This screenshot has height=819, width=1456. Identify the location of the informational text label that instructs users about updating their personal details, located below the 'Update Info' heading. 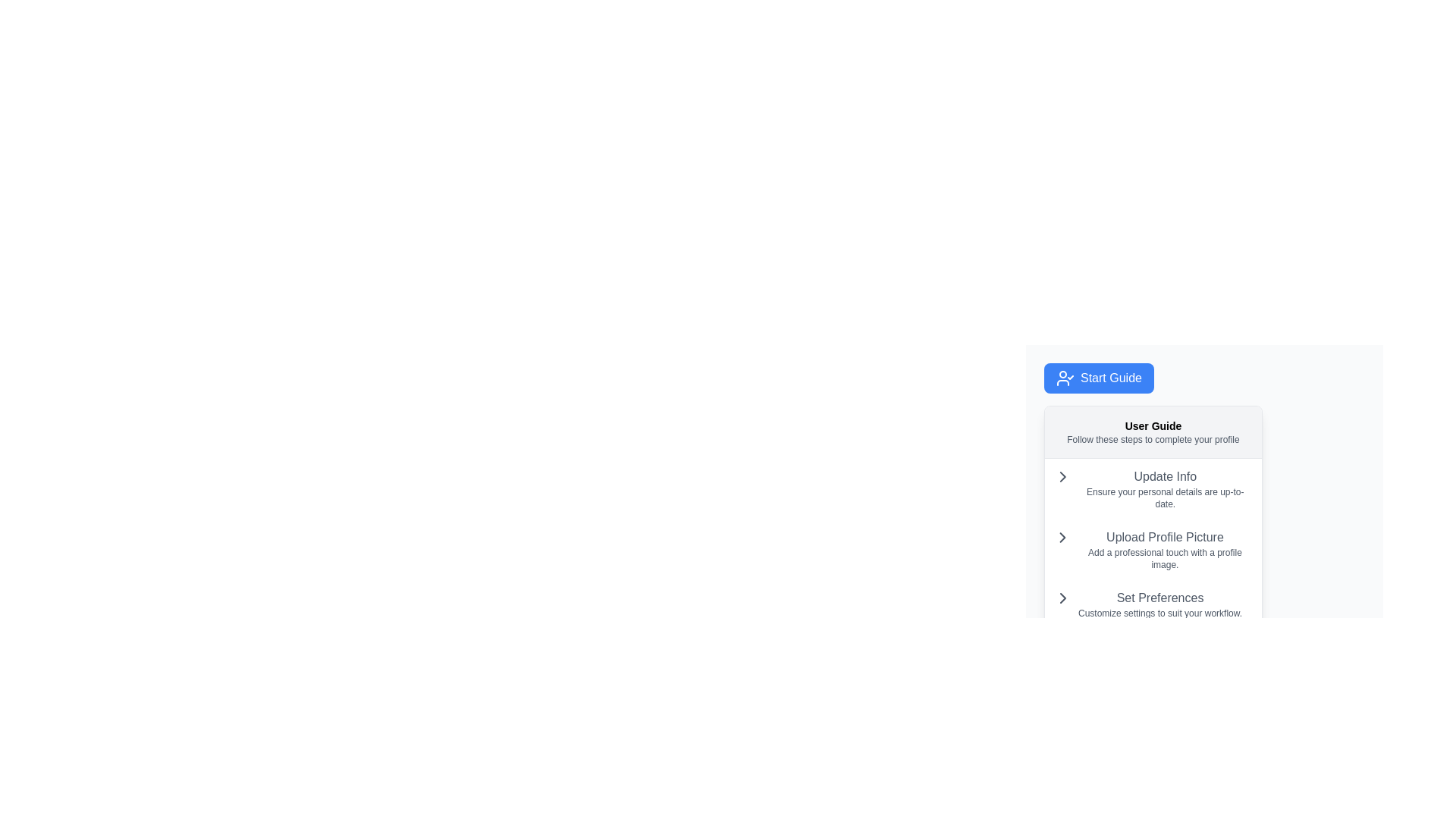
(1164, 497).